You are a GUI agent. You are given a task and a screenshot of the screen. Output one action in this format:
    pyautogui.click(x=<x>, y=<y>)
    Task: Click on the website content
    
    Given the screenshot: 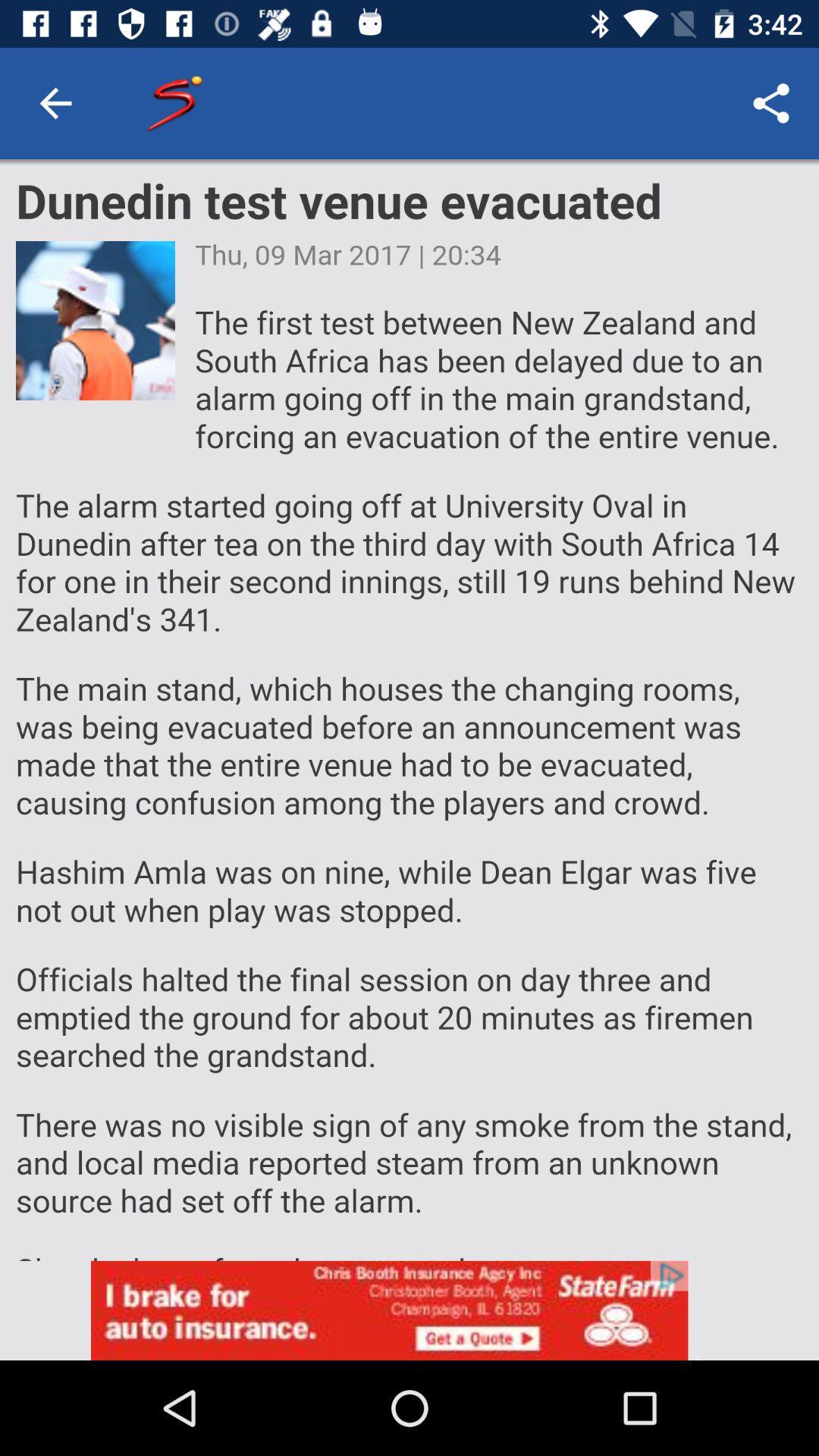 What is the action you would take?
    pyautogui.click(x=409, y=709)
    